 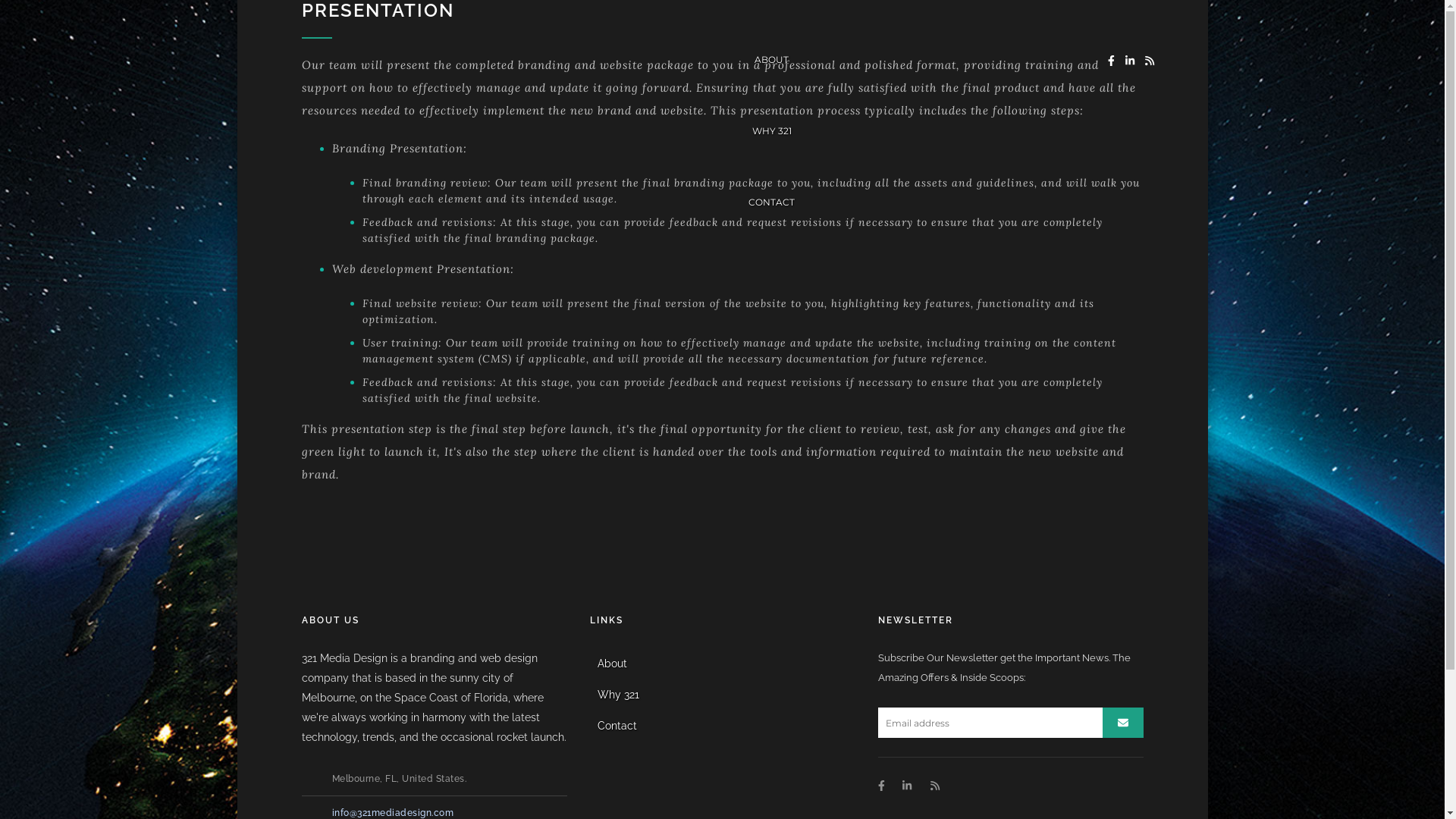 What do you see at coordinates (934, 785) in the screenshot?
I see `'RSS'` at bounding box center [934, 785].